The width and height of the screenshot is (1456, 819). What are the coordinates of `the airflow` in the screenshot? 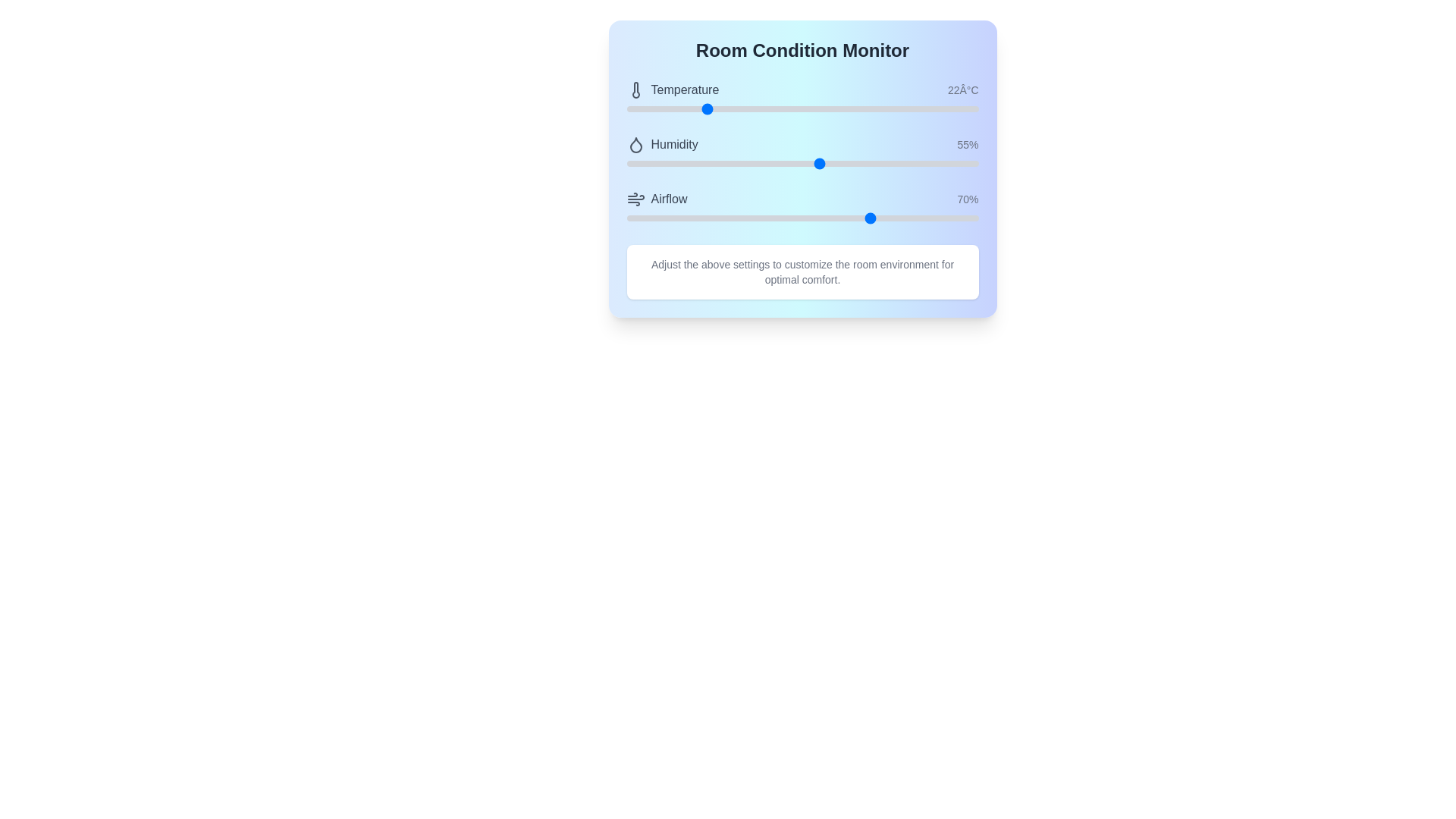 It's located at (816, 218).